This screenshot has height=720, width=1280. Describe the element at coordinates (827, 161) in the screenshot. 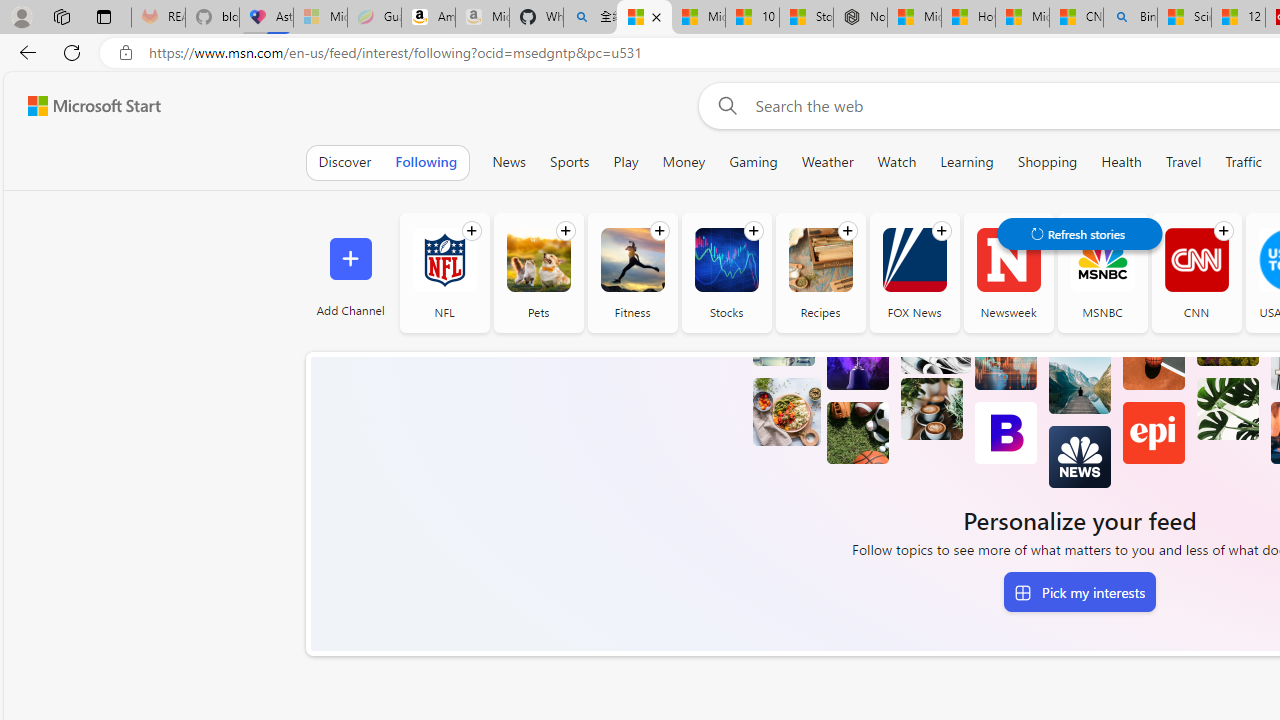

I see `'Weather'` at that location.